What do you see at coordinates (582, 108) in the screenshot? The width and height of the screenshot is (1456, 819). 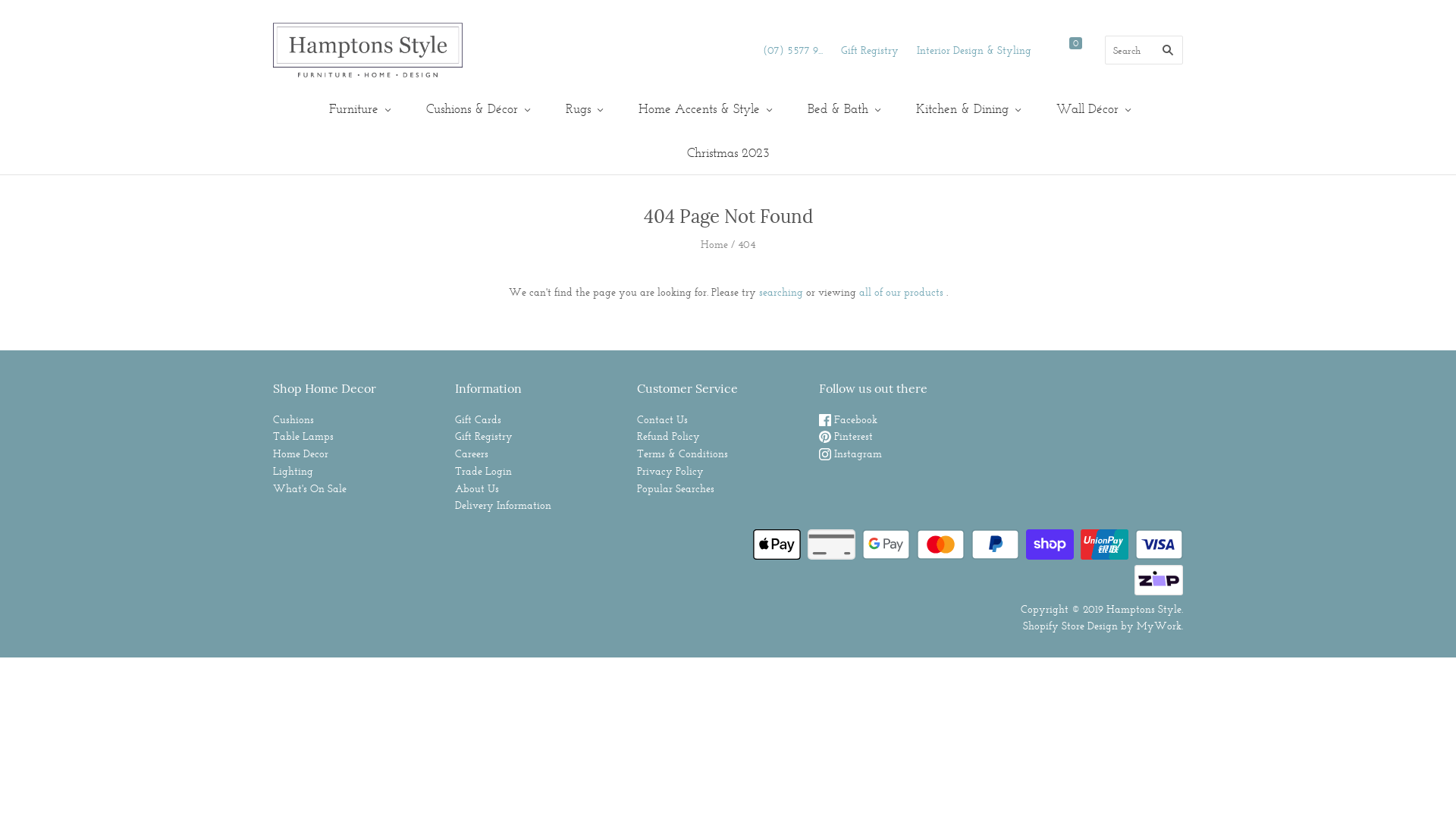 I see `'Rugs'` at bounding box center [582, 108].